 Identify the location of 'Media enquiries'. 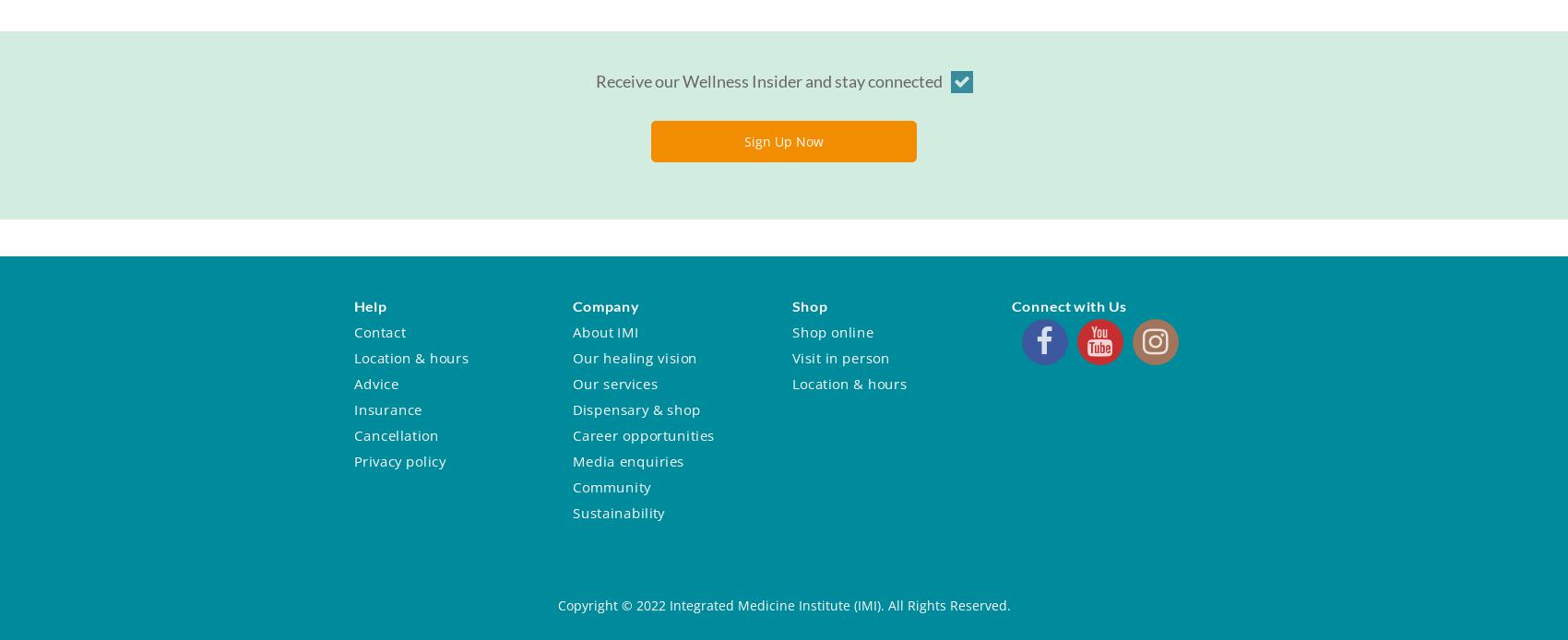
(627, 460).